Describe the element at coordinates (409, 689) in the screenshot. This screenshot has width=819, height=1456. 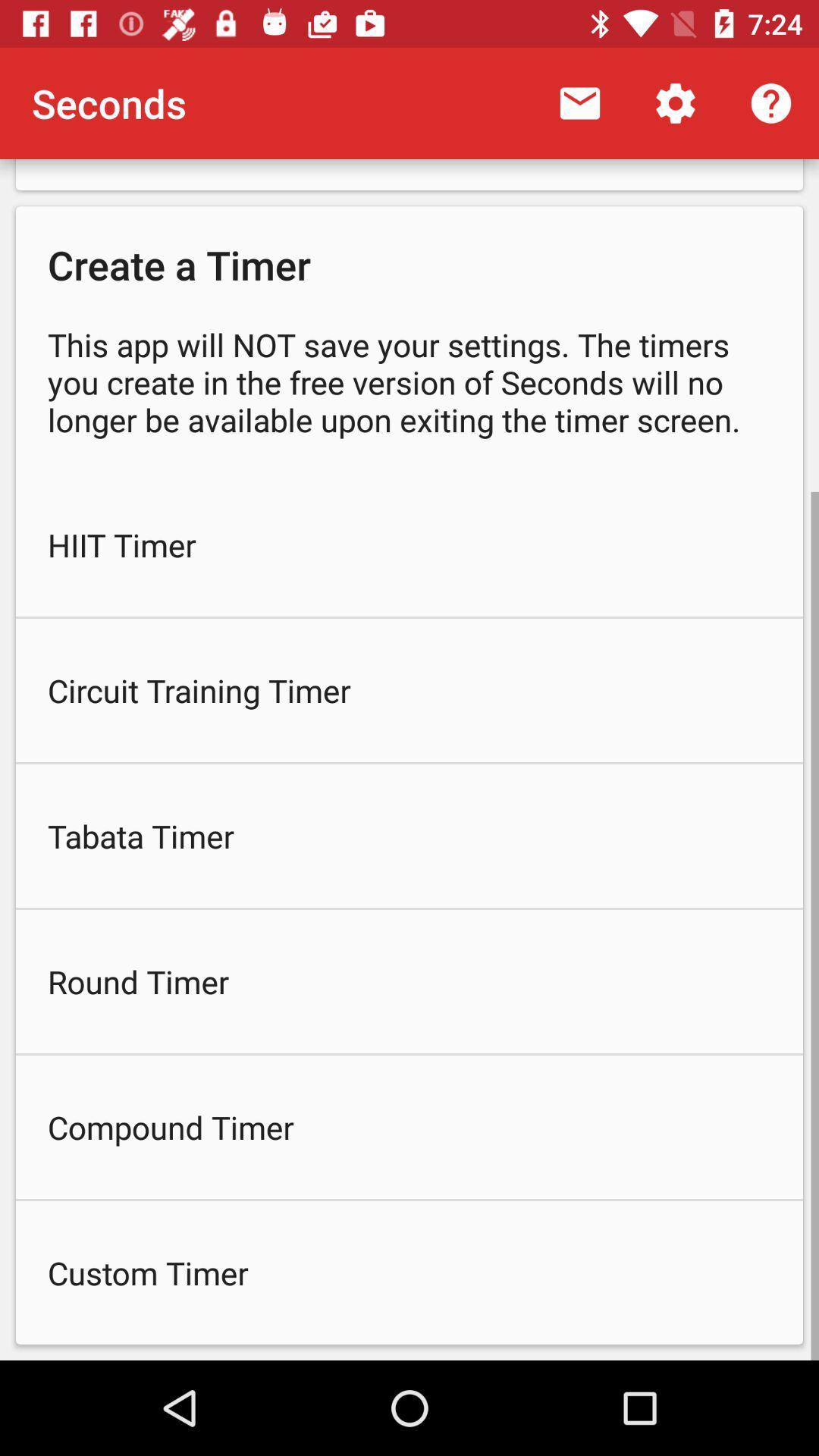
I see `the circuit training timer icon` at that location.